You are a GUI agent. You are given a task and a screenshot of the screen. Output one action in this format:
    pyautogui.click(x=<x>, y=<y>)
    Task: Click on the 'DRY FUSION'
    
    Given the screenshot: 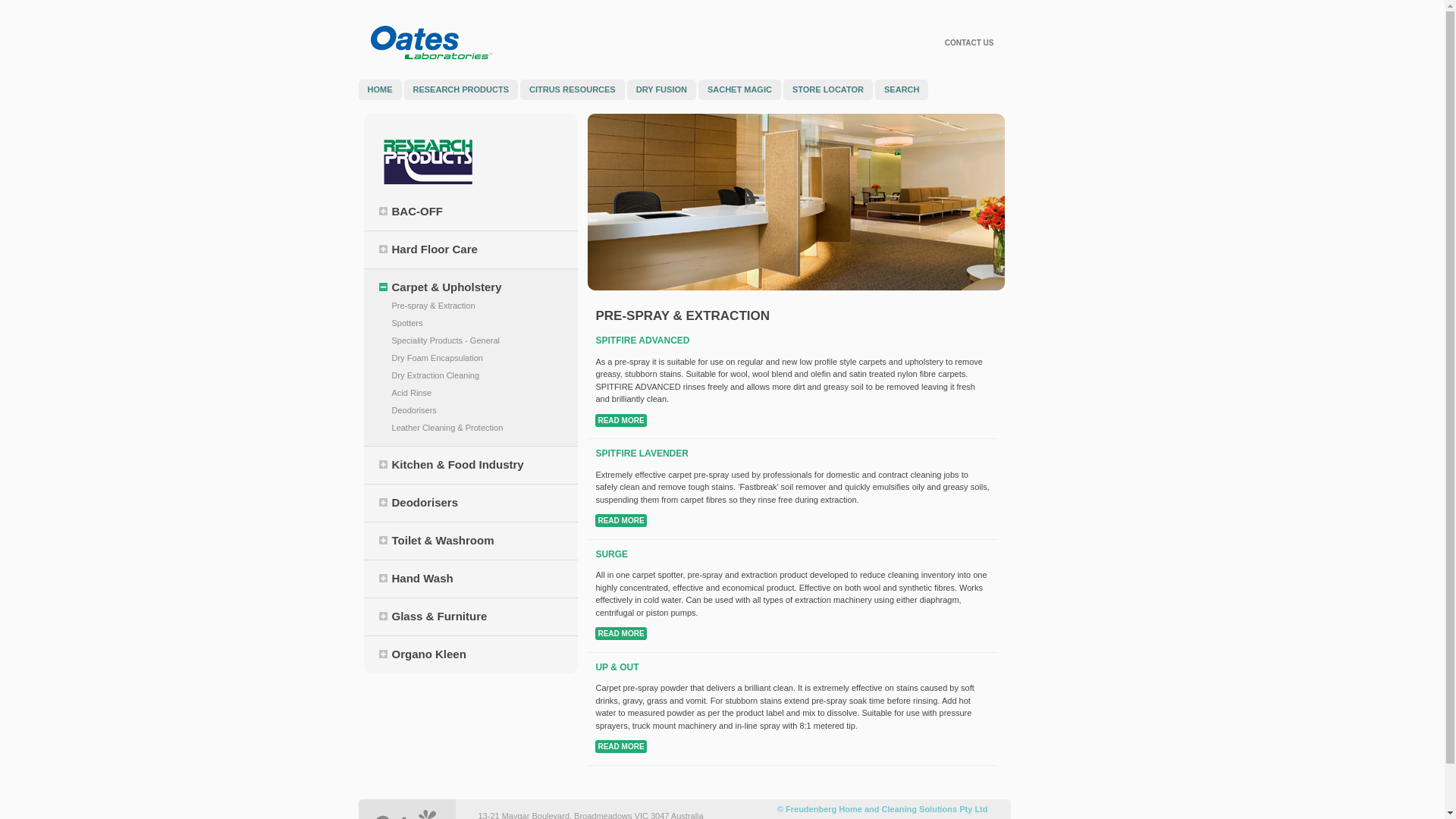 What is the action you would take?
    pyautogui.click(x=661, y=89)
    